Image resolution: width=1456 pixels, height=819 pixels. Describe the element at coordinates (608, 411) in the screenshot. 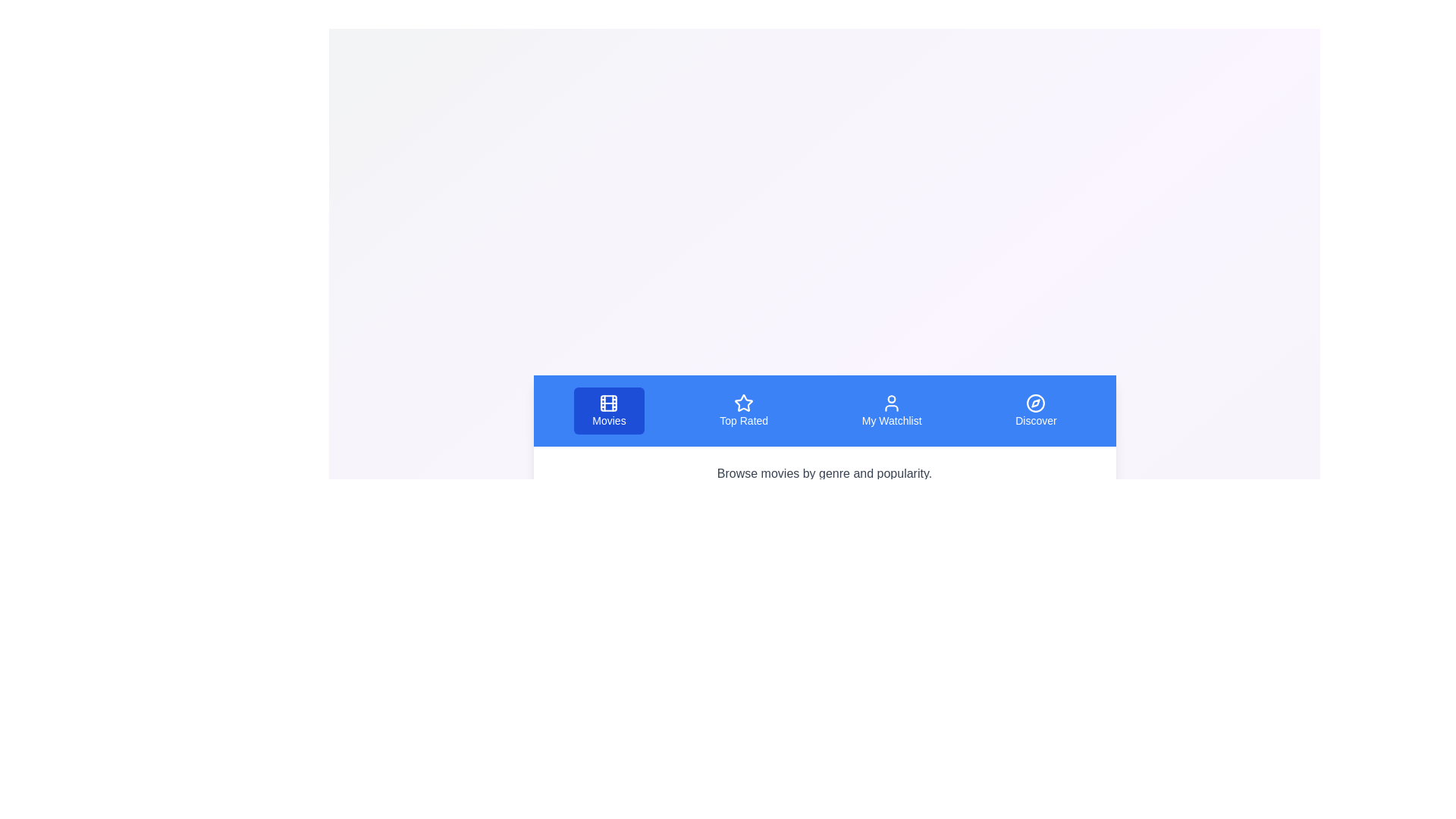

I see `the tab labeled Movies to view its content` at that location.